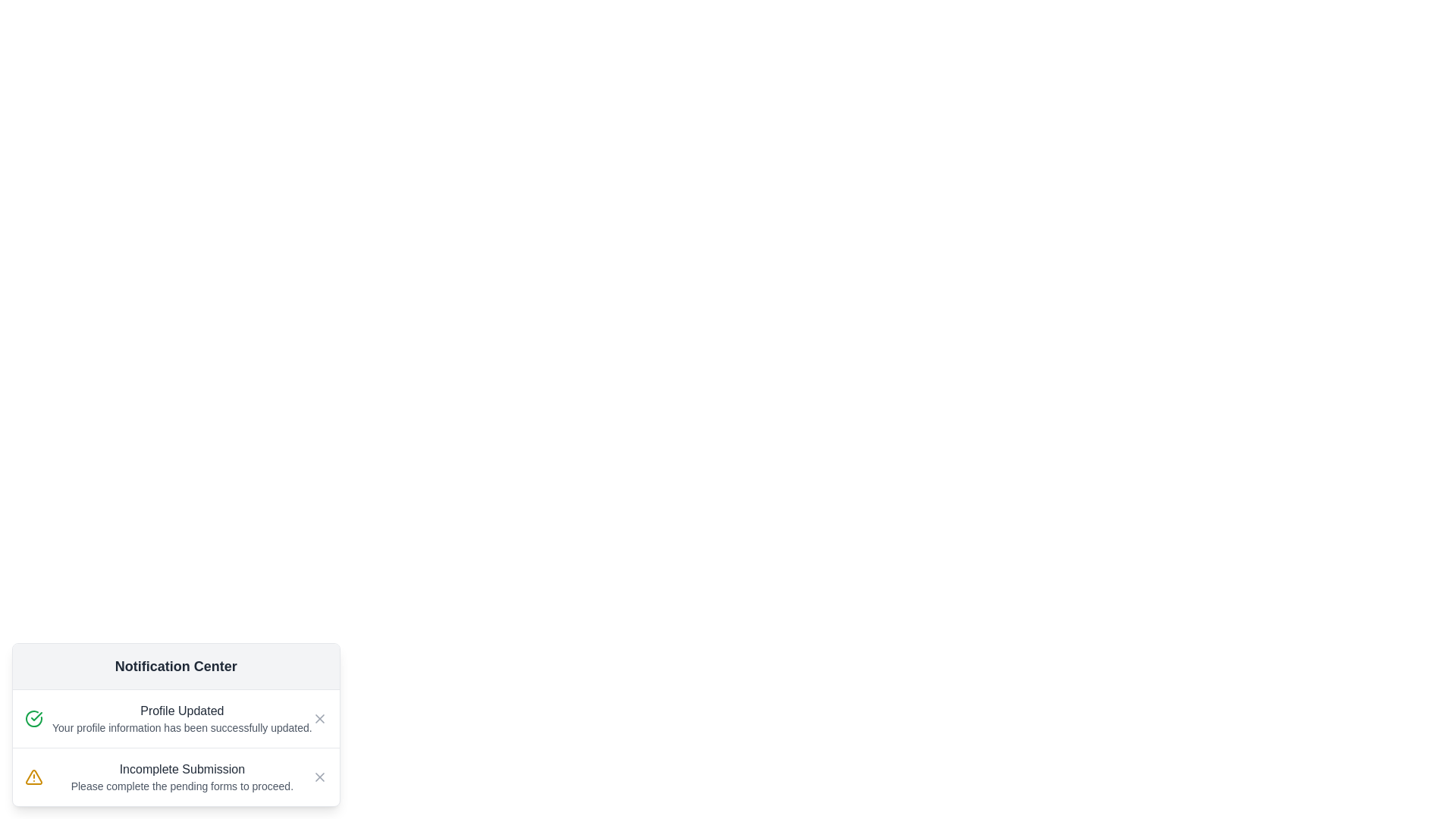 The height and width of the screenshot is (819, 1456). What do you see at coordinates (182, 769) in the screenshot?
I see `the headline text indicating an incomplete submission in the notification system, located below 'Profile Updated' in the Notification Center` at bounding box center [182, 769].